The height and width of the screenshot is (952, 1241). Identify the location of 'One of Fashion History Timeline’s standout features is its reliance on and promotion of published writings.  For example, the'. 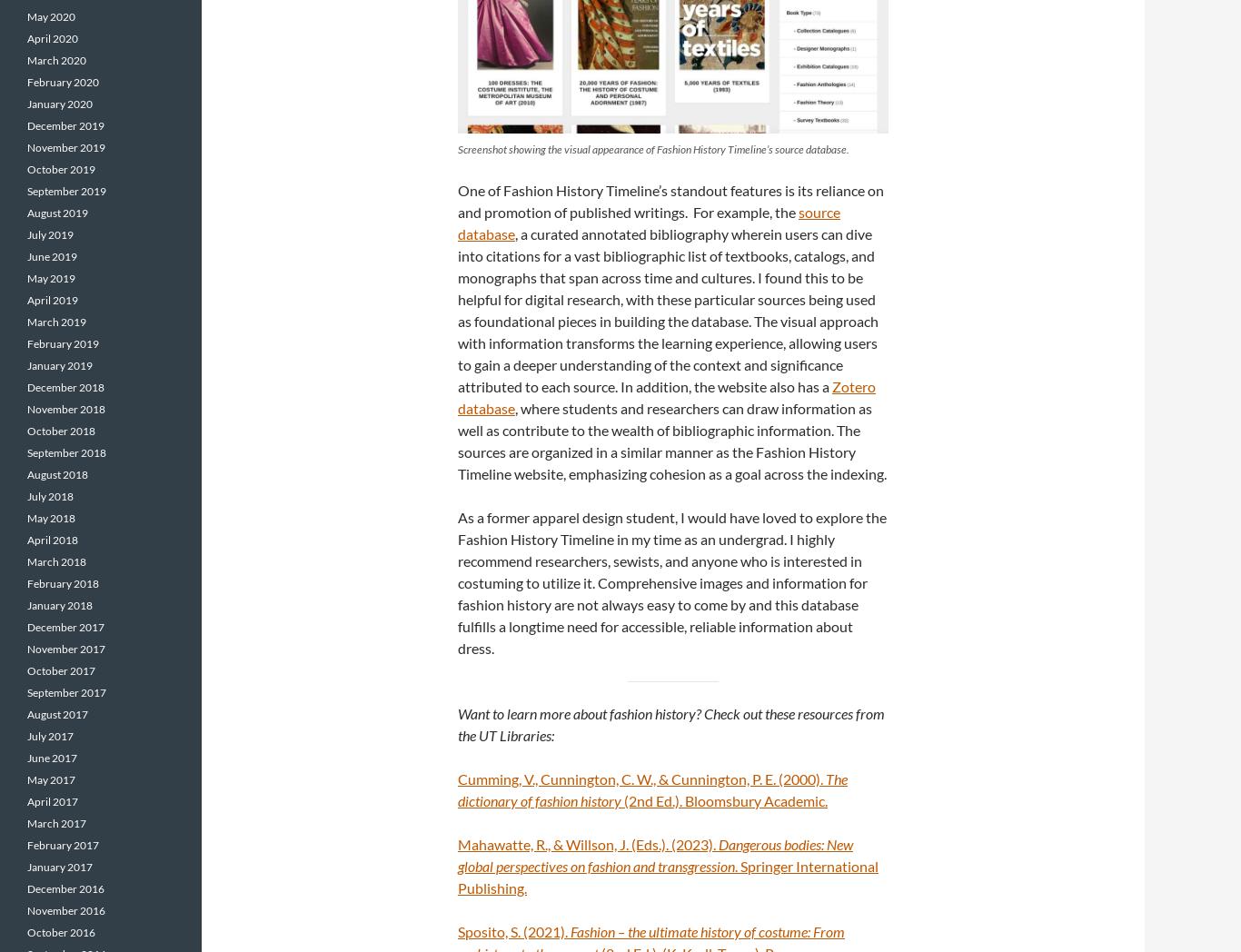
(670, 200).